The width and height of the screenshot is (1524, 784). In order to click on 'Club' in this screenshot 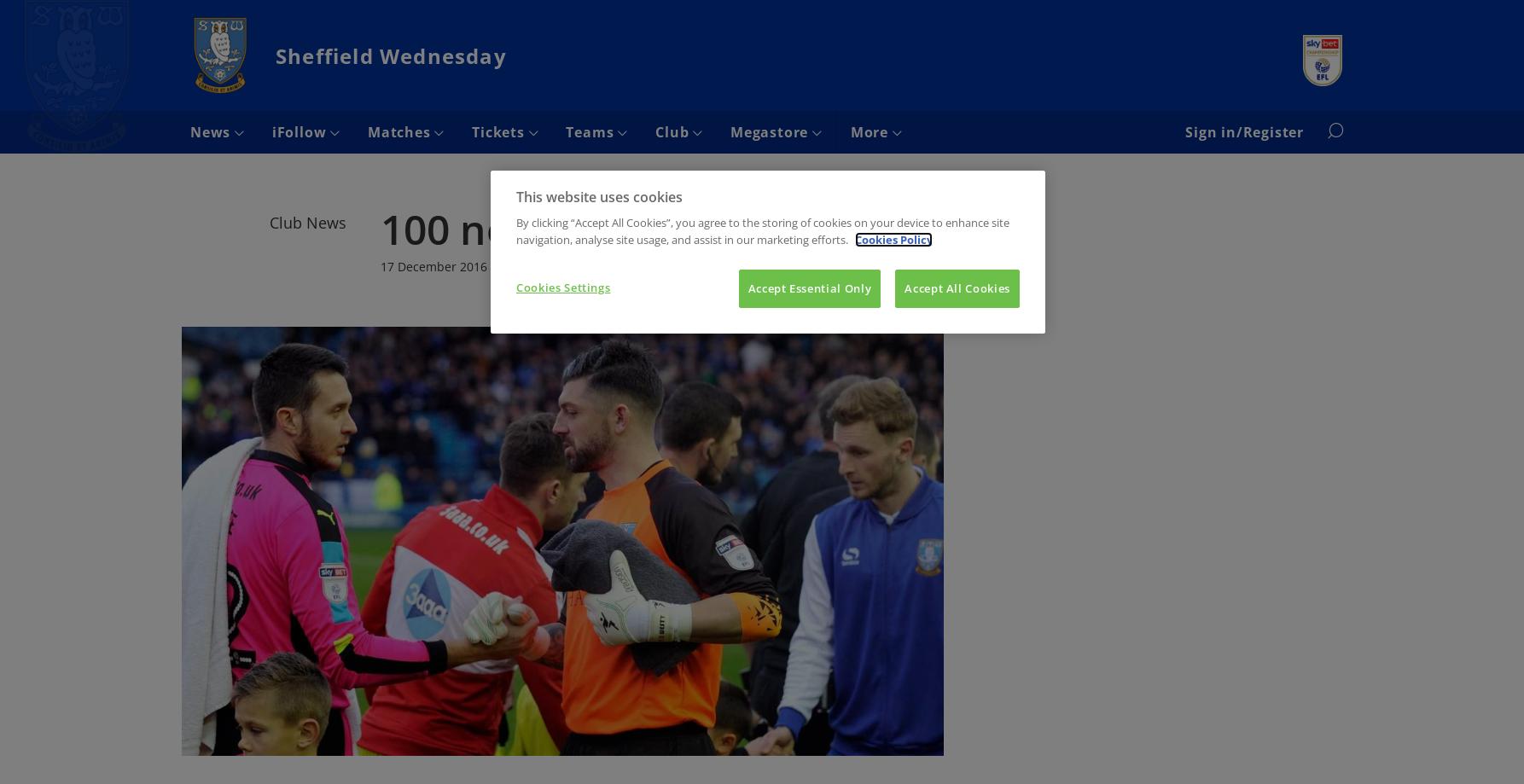, I will do `click(672, 131)`.